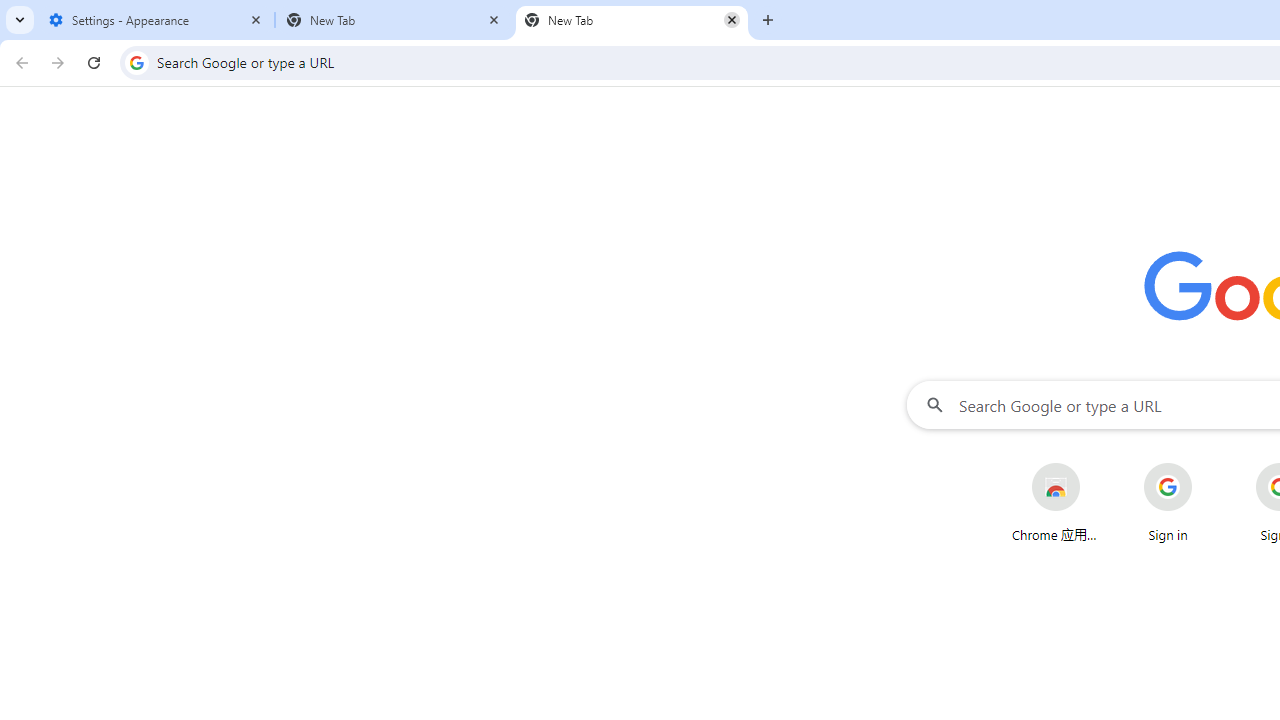  I want to click on 'More actions for Sign in shortcut', so click(1207, 464).